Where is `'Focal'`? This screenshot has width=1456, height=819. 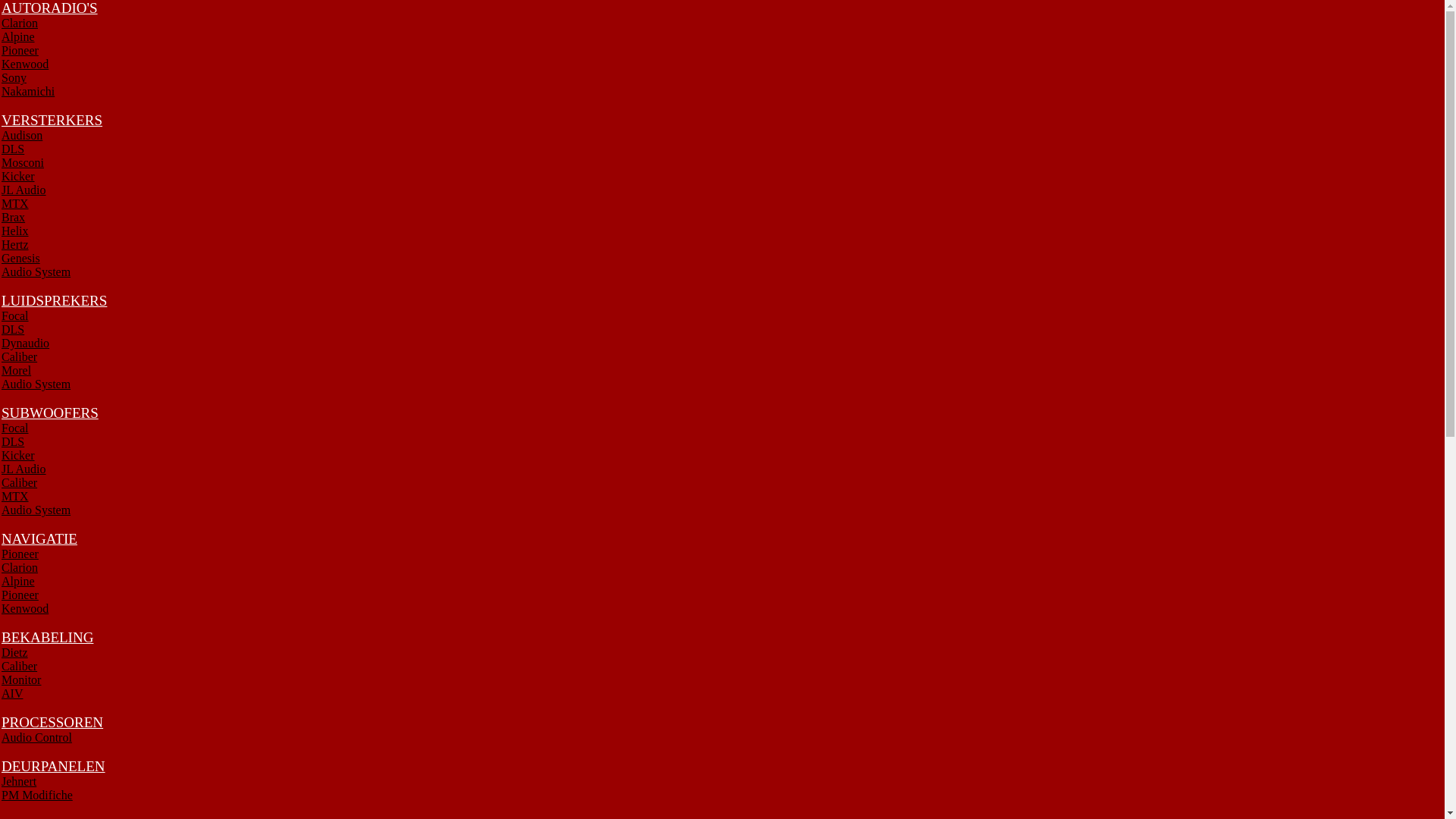 'Focal' is located at coordinates (14, 428).